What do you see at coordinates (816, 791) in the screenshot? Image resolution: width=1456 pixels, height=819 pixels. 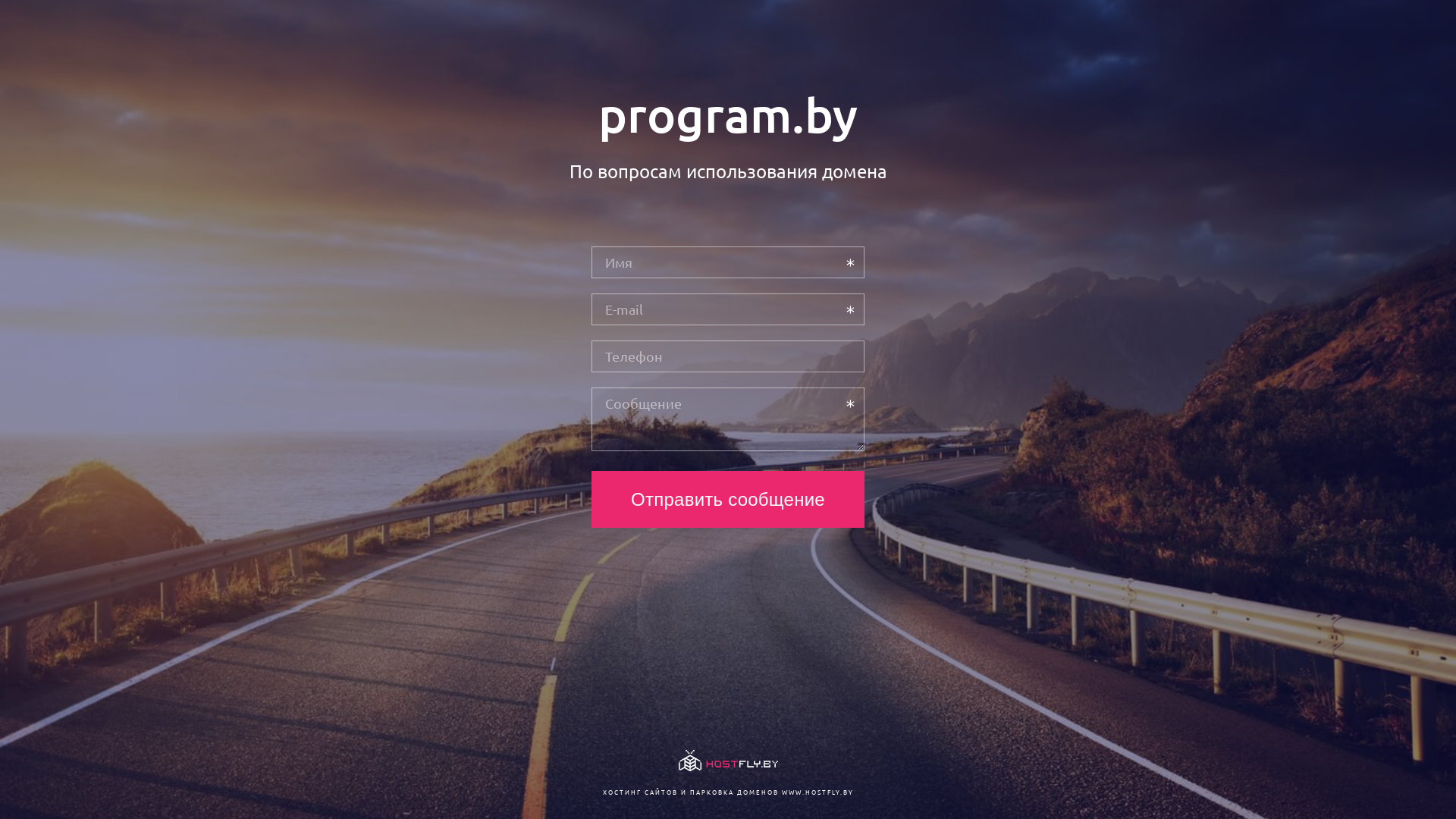 I see `'WWW.HOSTFLY.BY'` at bounding box center [816, 791].